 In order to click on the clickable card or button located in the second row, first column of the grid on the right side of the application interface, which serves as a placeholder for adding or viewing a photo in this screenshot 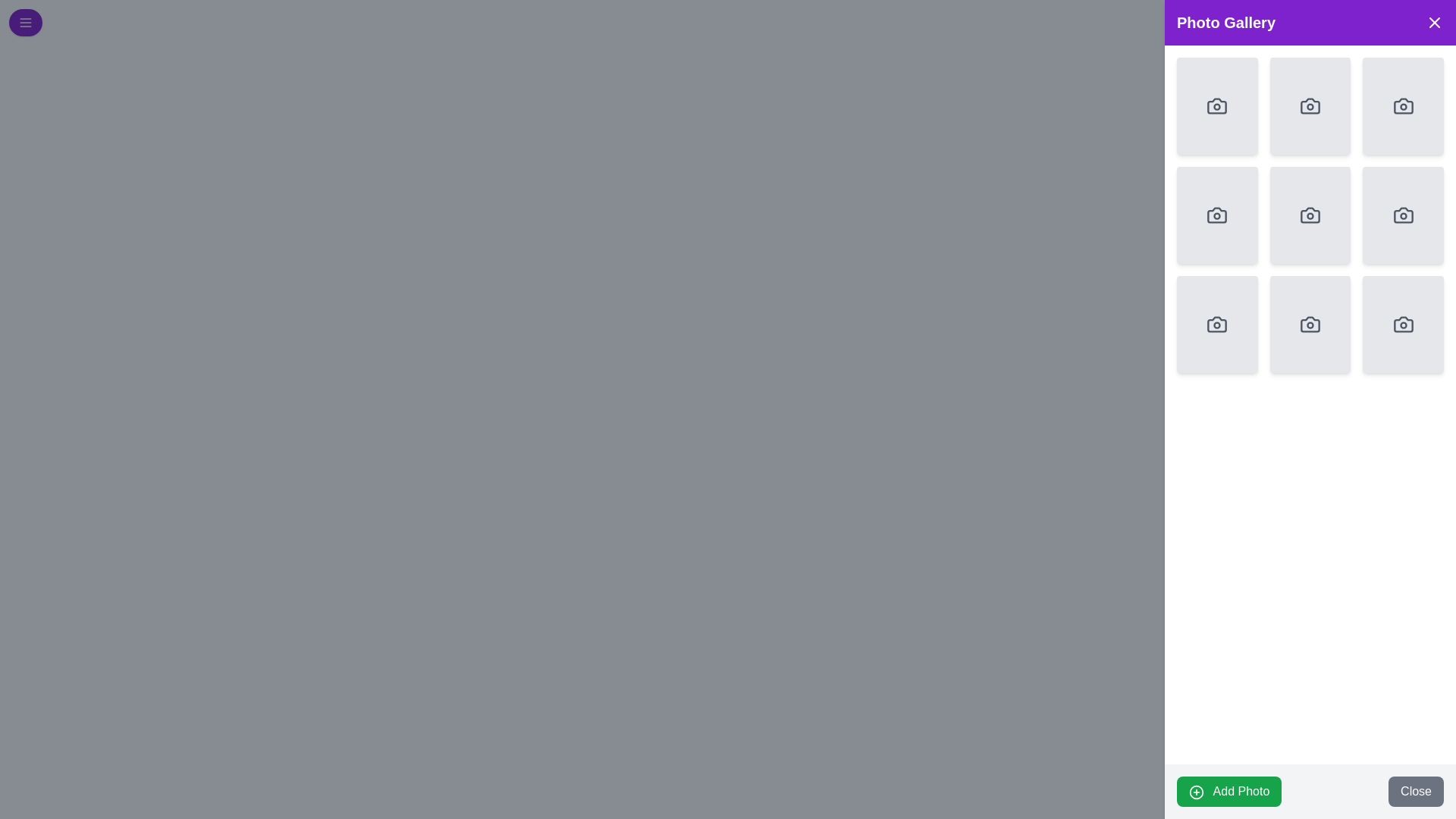, I will do `click(1217, 215)`.